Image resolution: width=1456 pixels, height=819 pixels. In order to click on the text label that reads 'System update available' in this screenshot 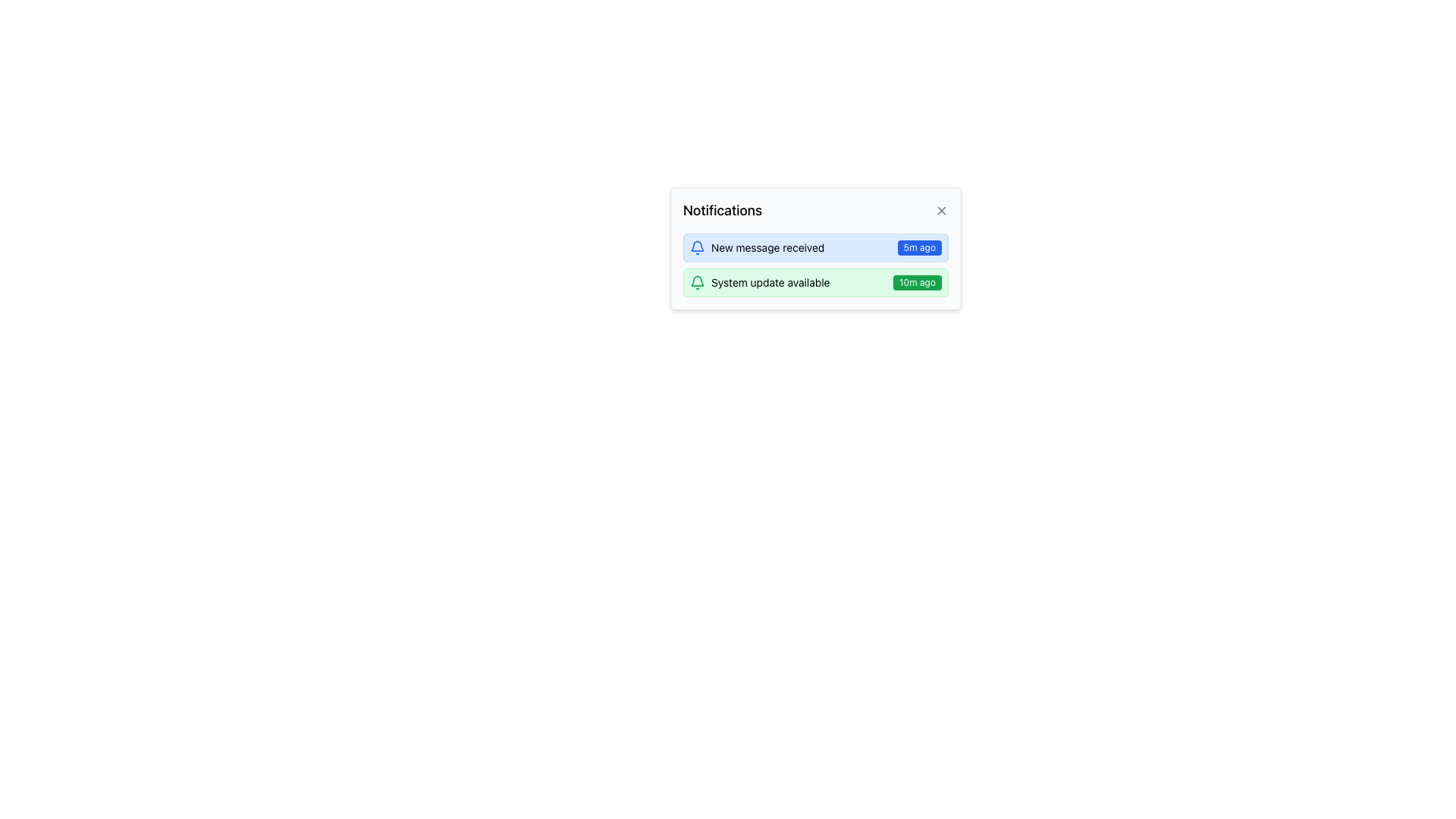, I will do `click(770, 283)`.